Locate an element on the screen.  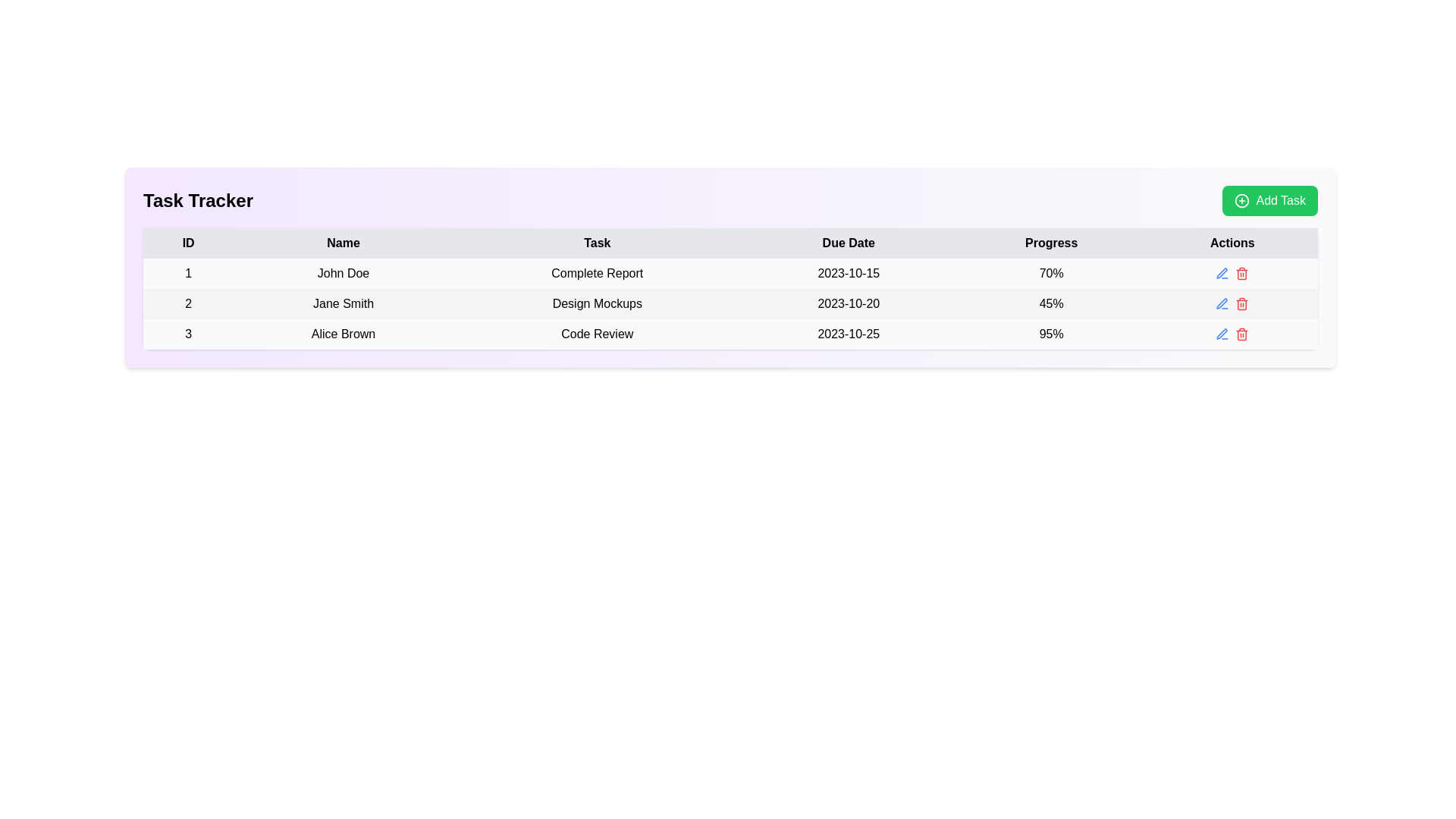
the delete icon button located is located at coordinates (1242, 274).